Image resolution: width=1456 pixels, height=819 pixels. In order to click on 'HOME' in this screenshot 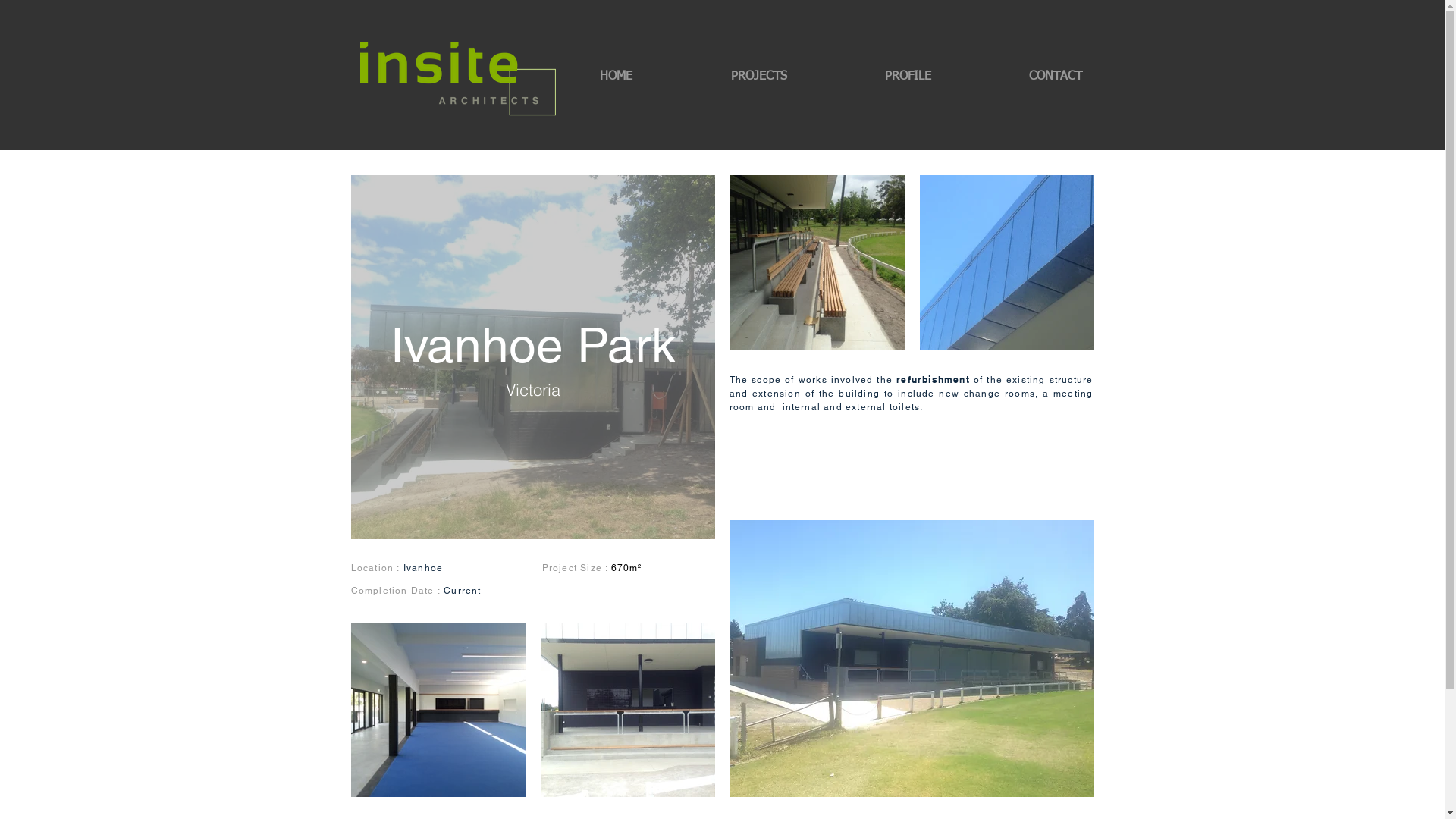, I will do `click(549, 76)`.